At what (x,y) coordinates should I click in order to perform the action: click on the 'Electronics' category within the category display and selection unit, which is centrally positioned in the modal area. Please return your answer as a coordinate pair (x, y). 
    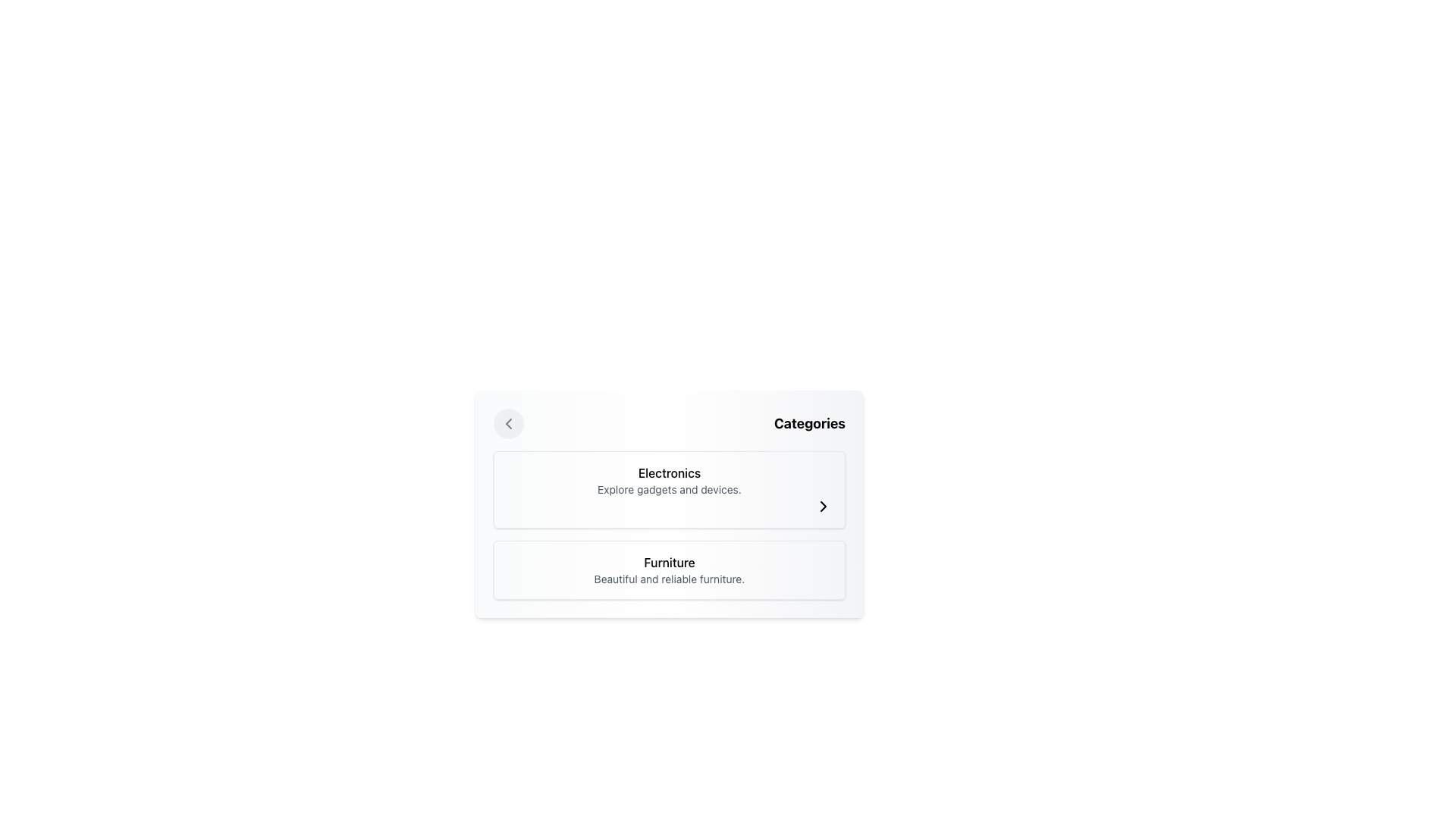
    Looking at the image, I should click on (669, 504).